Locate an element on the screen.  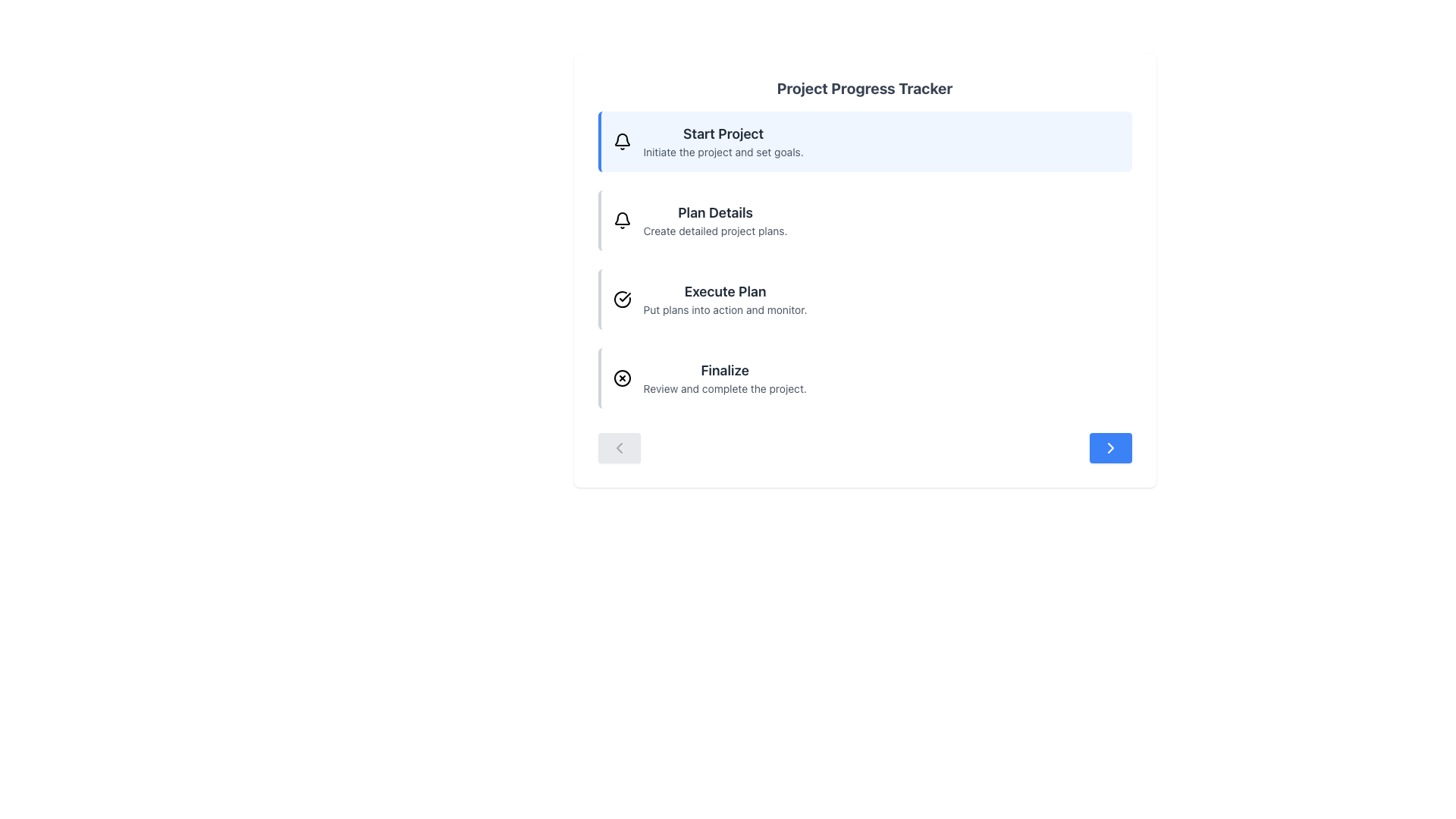
the bold textual header labeled 'Start Project' that appears in large font size with dark gray color on a light blue background, located at the top left of a list within the main content section is located at coordinates (723, 133).